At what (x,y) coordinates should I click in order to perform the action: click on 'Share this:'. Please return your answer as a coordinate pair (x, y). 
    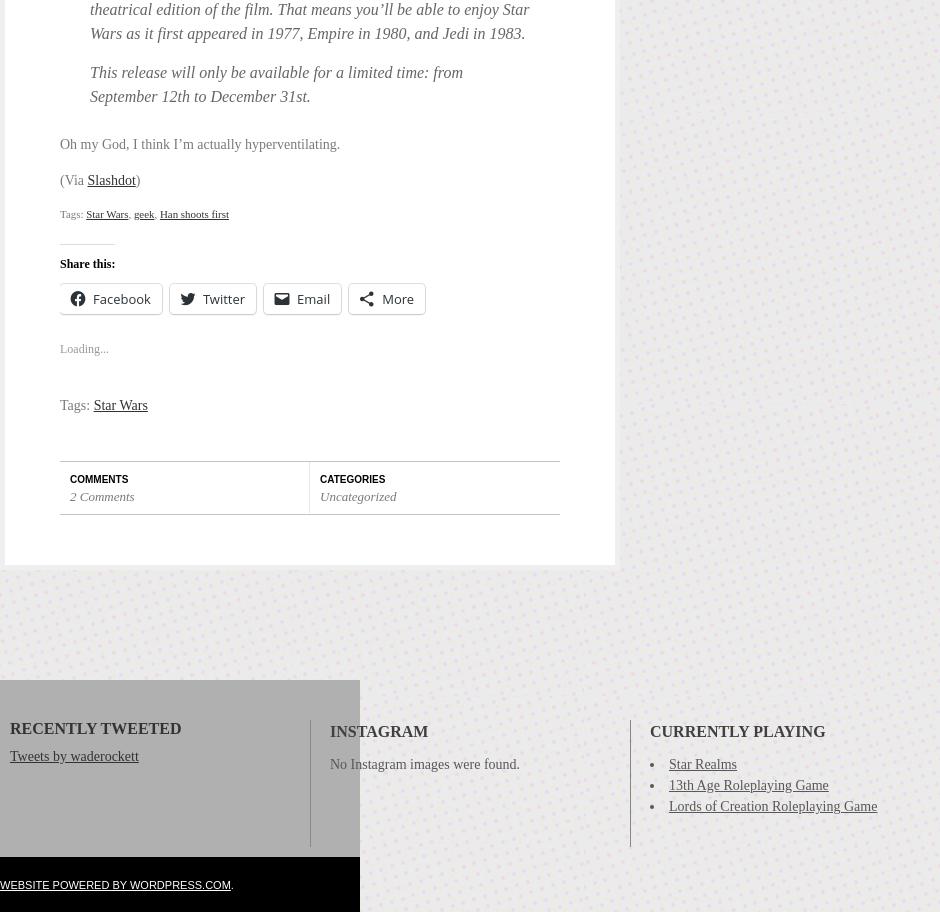
    Looking at the image, I should click on (87, 264).